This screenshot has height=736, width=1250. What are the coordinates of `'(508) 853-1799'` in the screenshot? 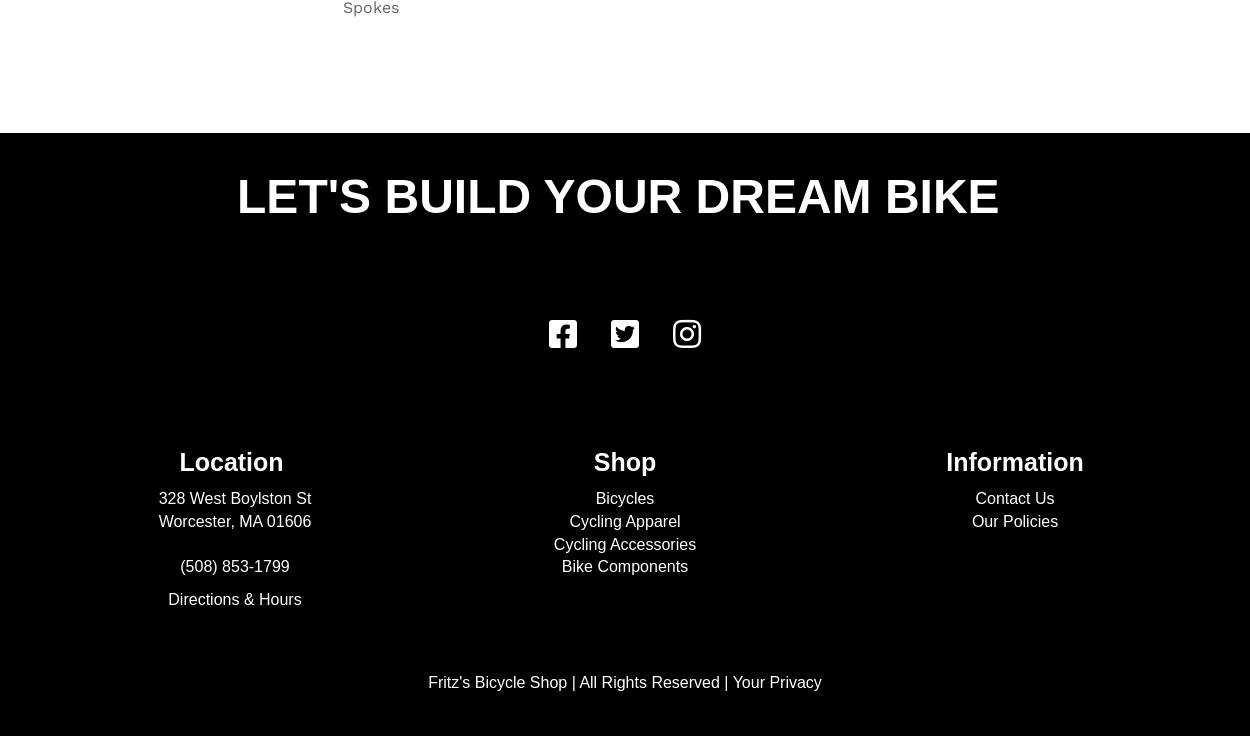 It's located at (233, 564).